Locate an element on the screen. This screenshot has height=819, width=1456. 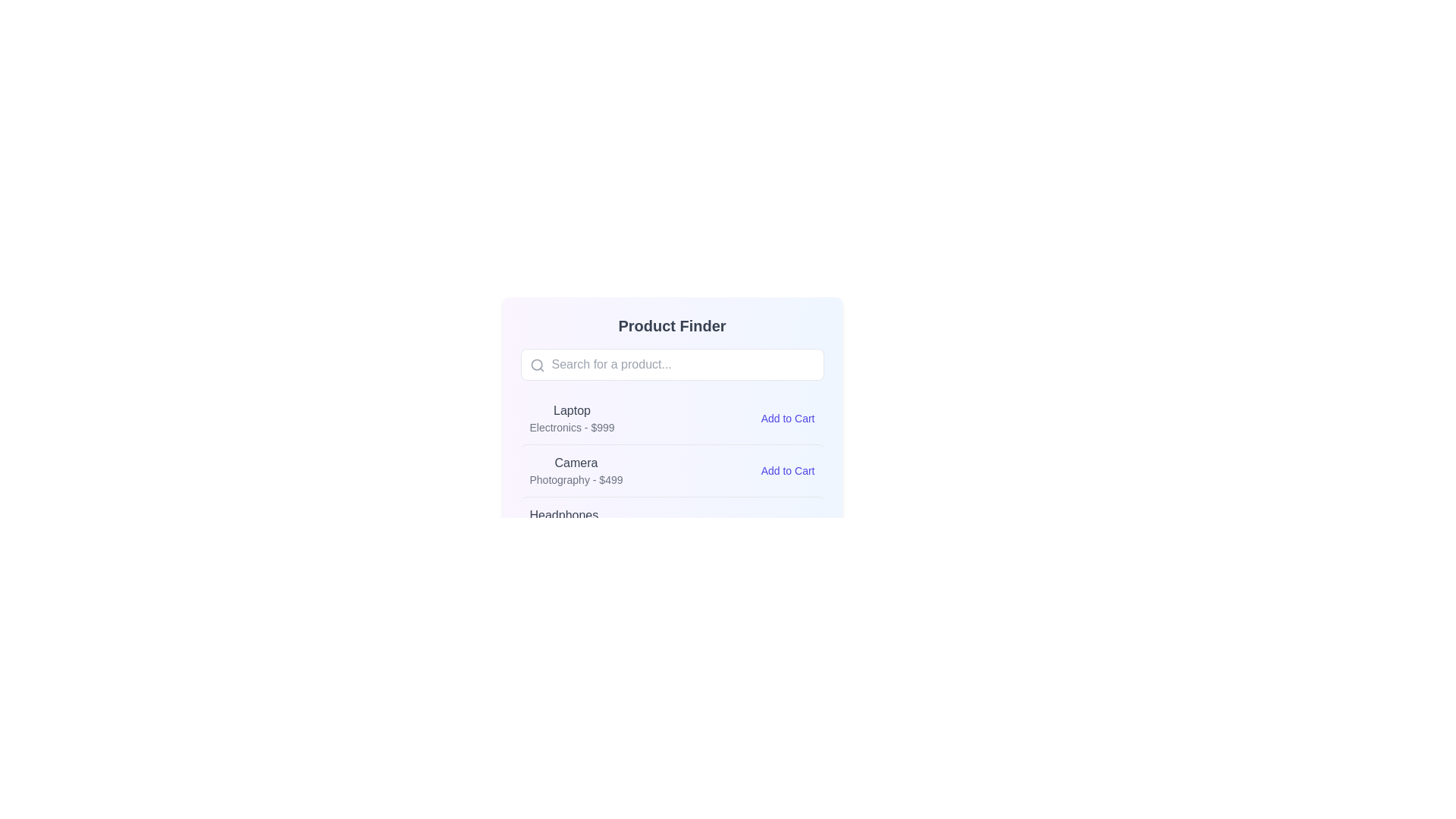
the Text Label that identifies the product 'Headphones' located in the lower part of the 'Product Finder' section, above the subordinate text 'Audio - $199' is located at coordinates (563, 514).